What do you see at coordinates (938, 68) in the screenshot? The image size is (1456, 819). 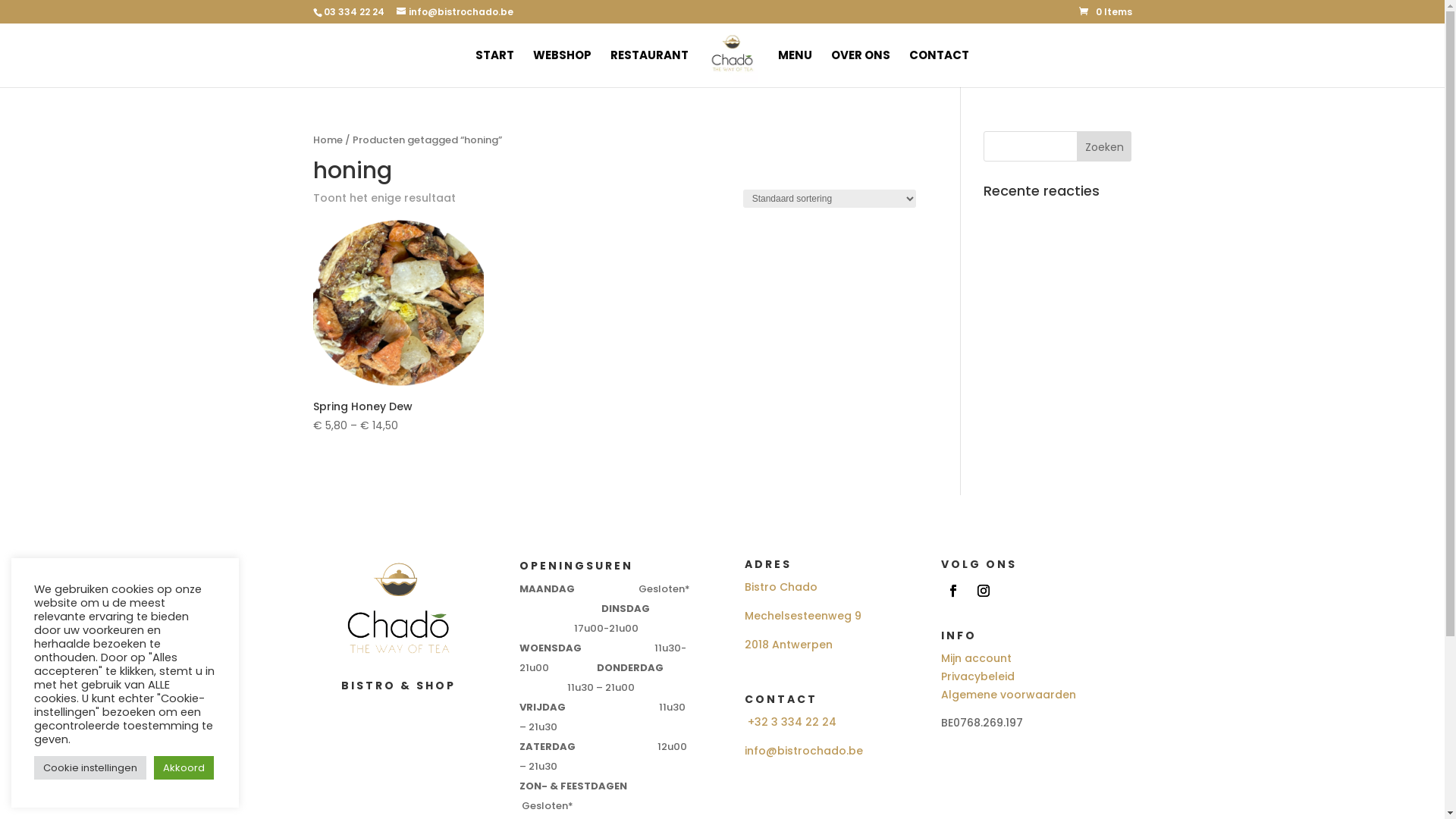 I see `'CONTACT'` at bounding box center [938, 68].